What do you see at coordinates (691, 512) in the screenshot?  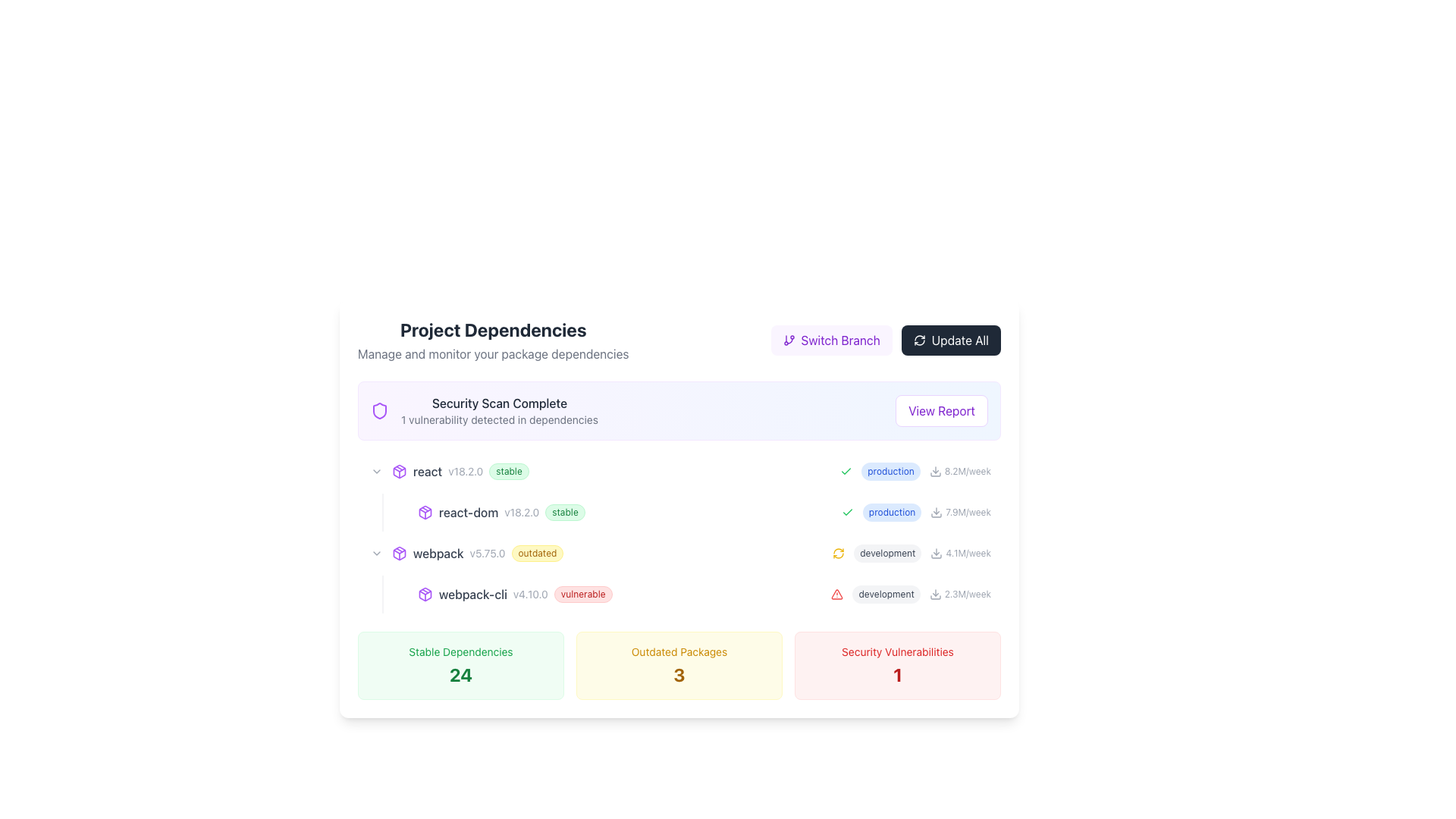 I see `details of the software dependency 'react-dom', which is the second item in the list of software dependencies, located below 'react' and above 'webpack'` at bounding box center [691, 512].